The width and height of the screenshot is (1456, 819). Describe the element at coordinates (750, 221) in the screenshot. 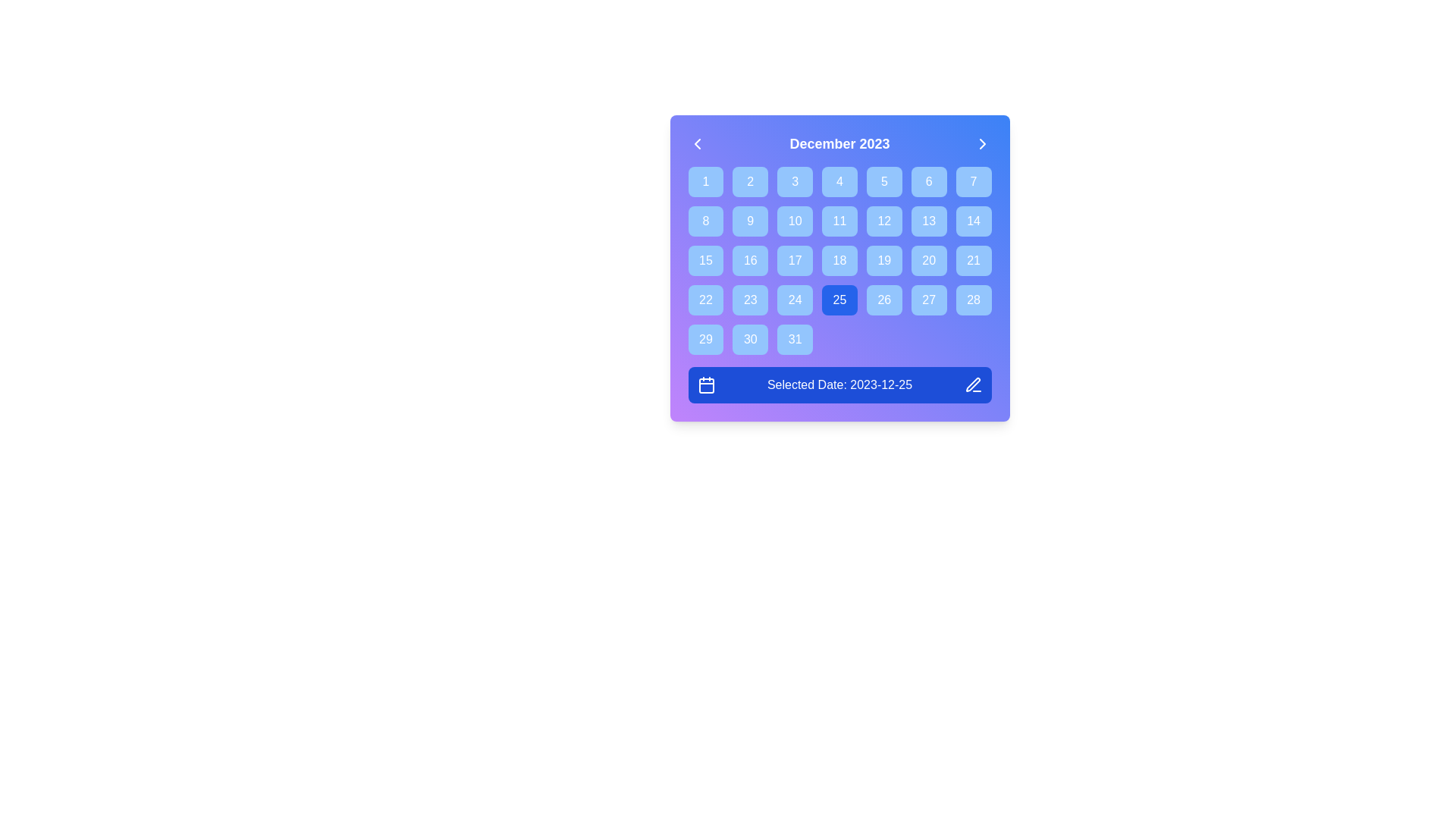

I see `the interactive button for the date '9' in the calendar grid` at that location.